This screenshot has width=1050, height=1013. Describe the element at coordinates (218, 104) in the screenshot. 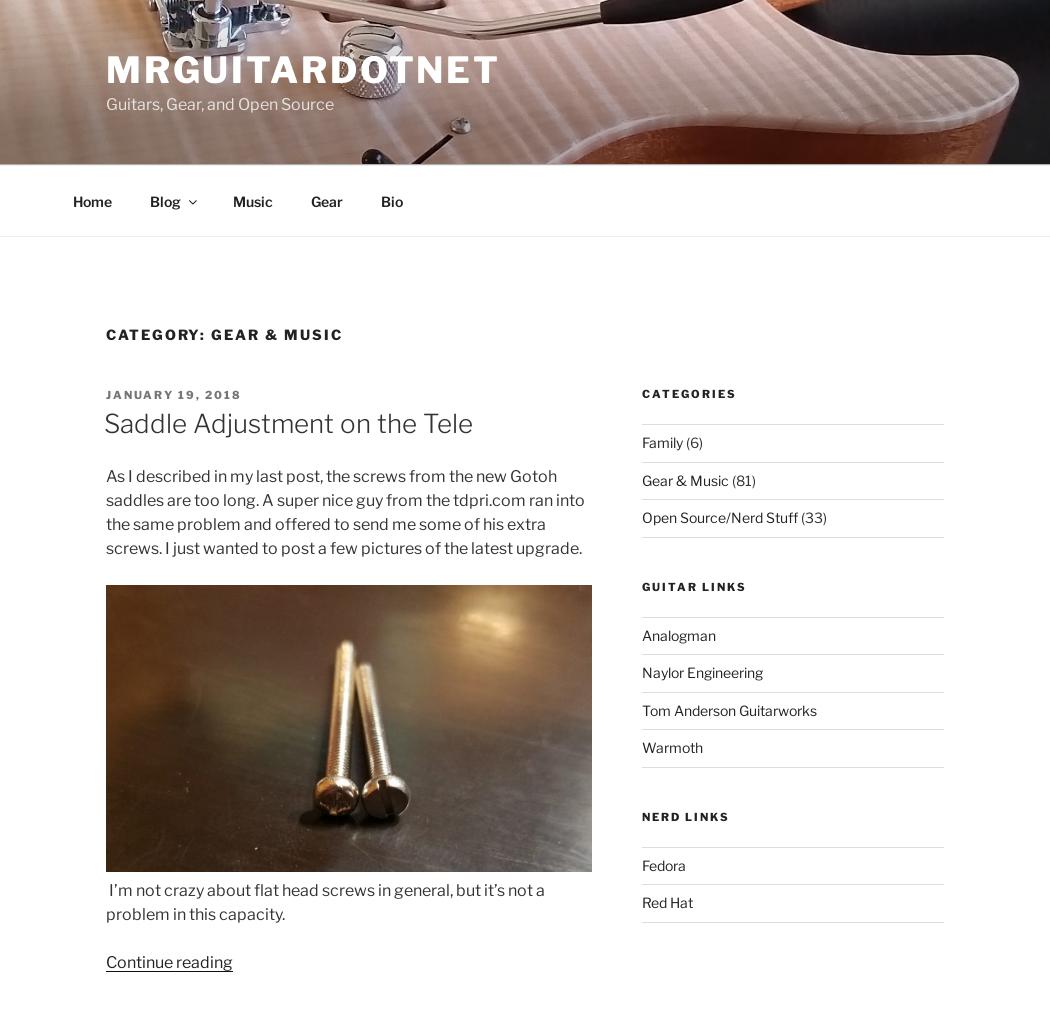

I see `'Guitars, Gear, and Open Source'` at that location.